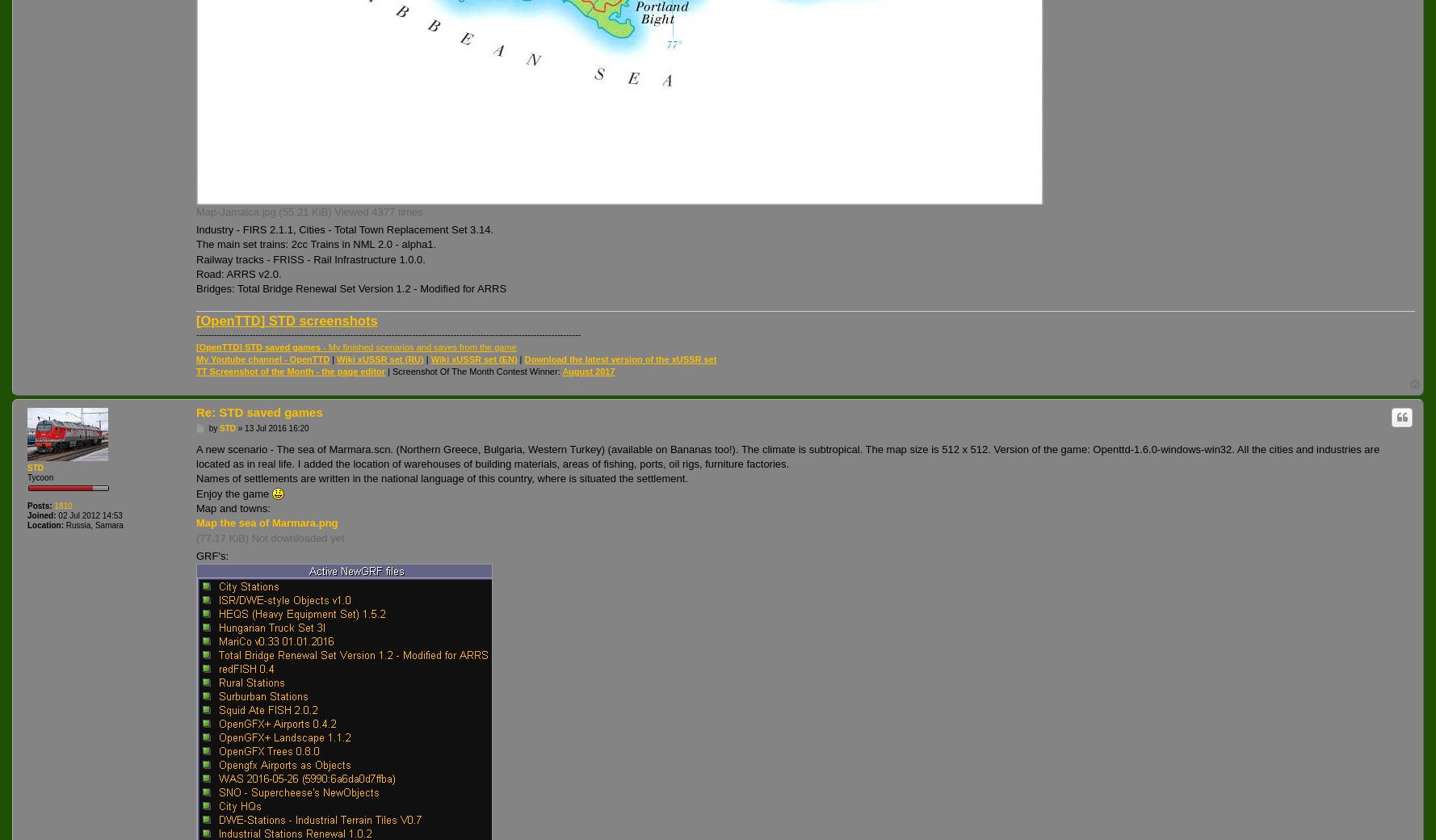 Image resolution: width=1436 pixels, height=840 pixels. I want to click on 'Location:', so click(45, 523).